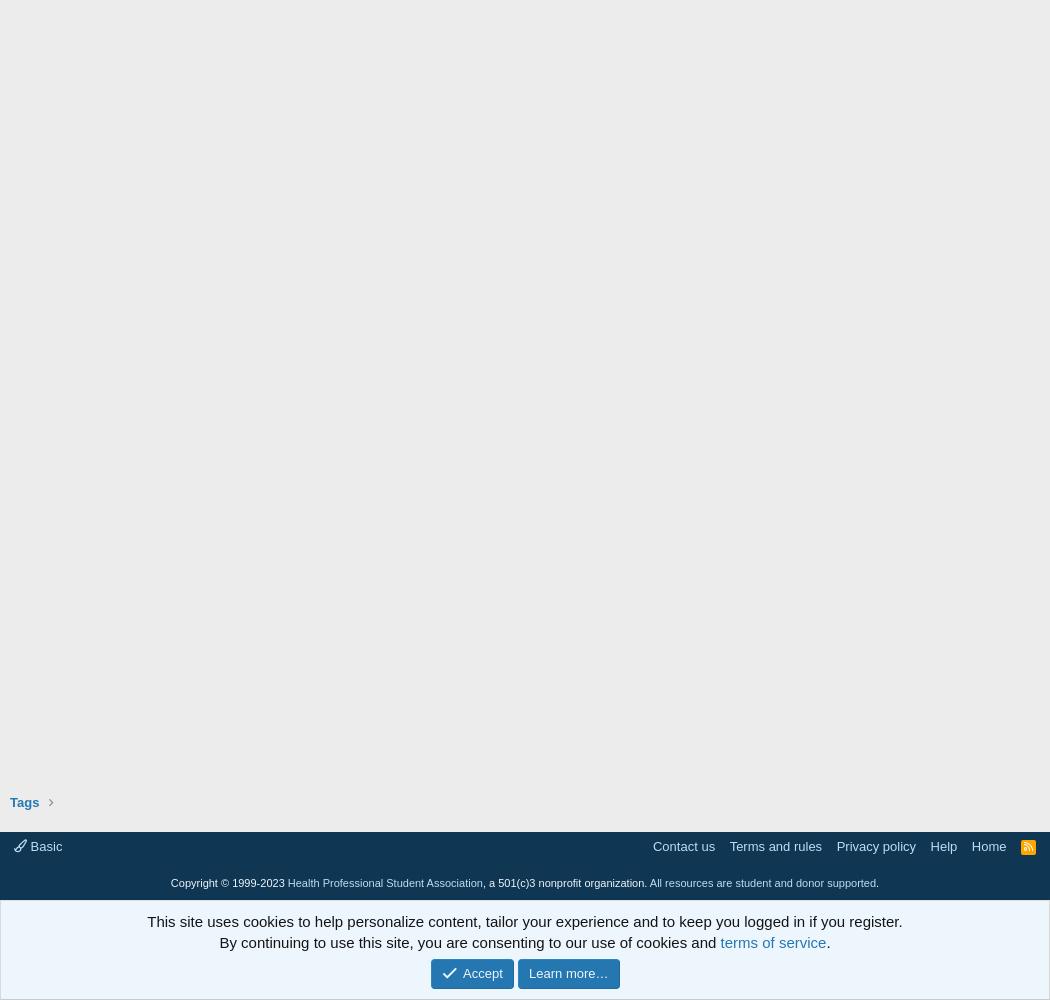 The width and height of the screenshot is (1050, 1000). Describe the element at coordinates (567, 971) in the screenshot. I see `'Learn more…'` at that location.